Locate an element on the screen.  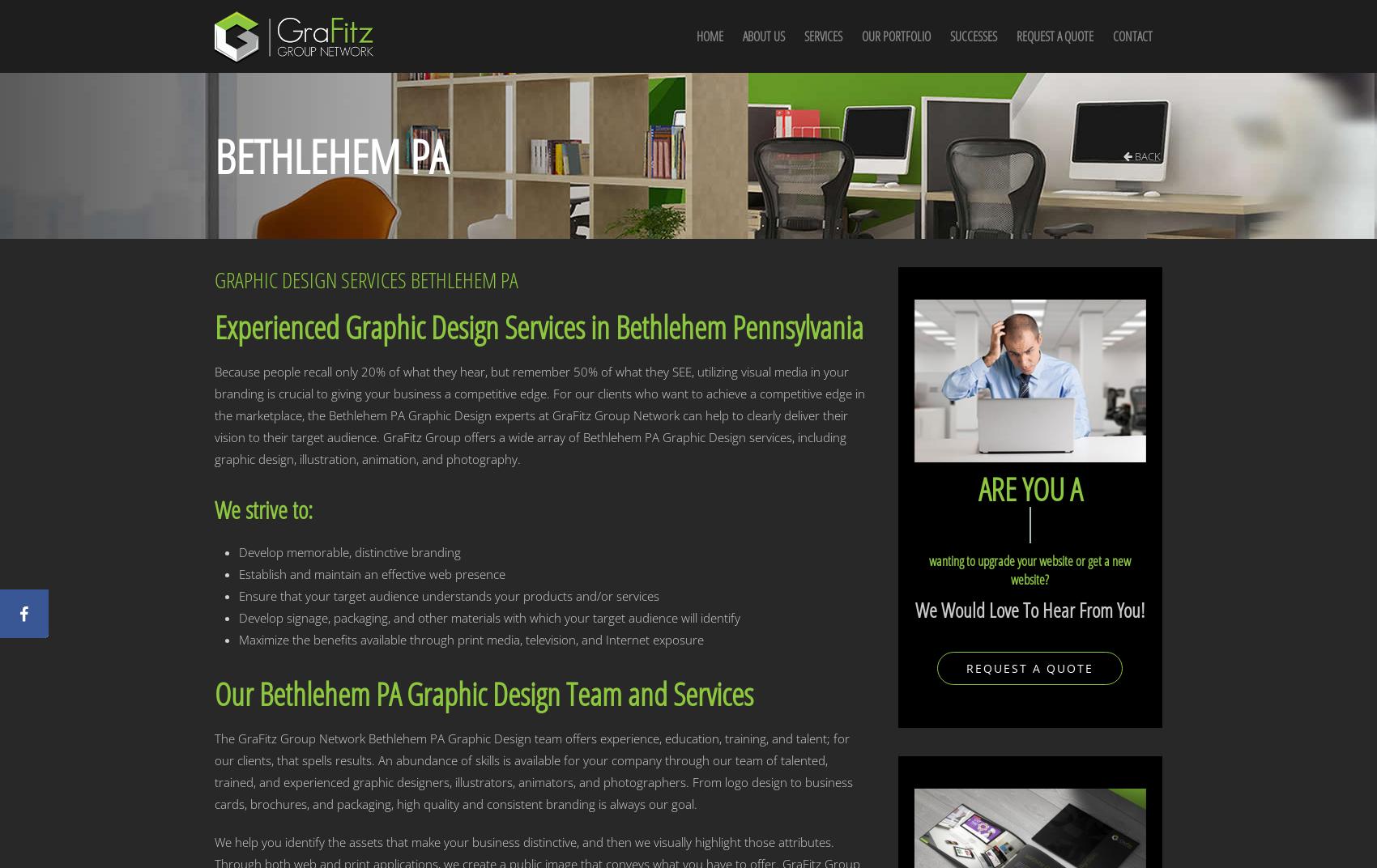
'wanting to upgrade your website or get a new website?' is located at coordinates (1029, 568).